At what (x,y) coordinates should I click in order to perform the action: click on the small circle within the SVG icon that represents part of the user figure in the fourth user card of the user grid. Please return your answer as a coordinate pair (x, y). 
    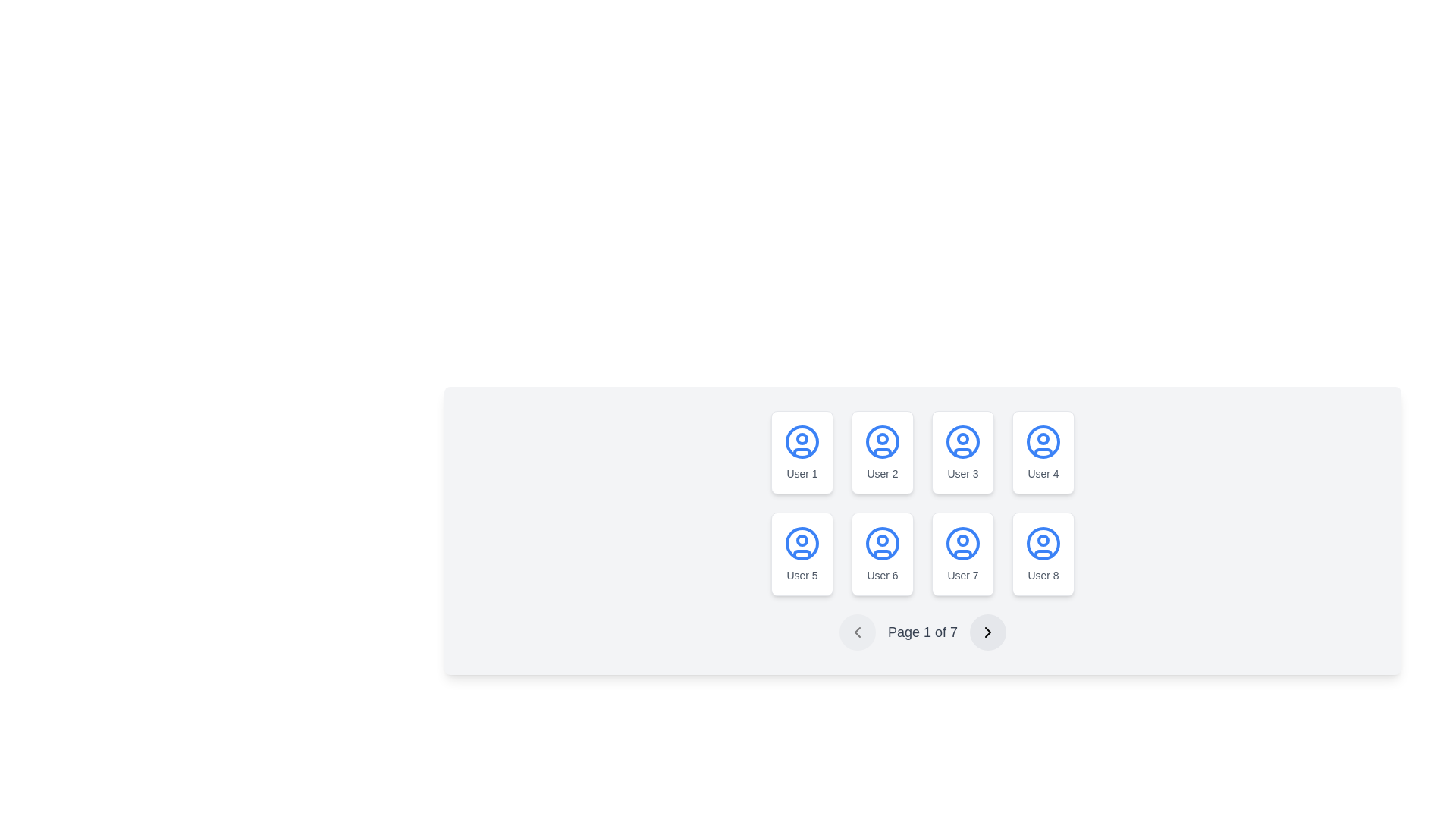
    Looking at the image, I should click on (1043, 438).